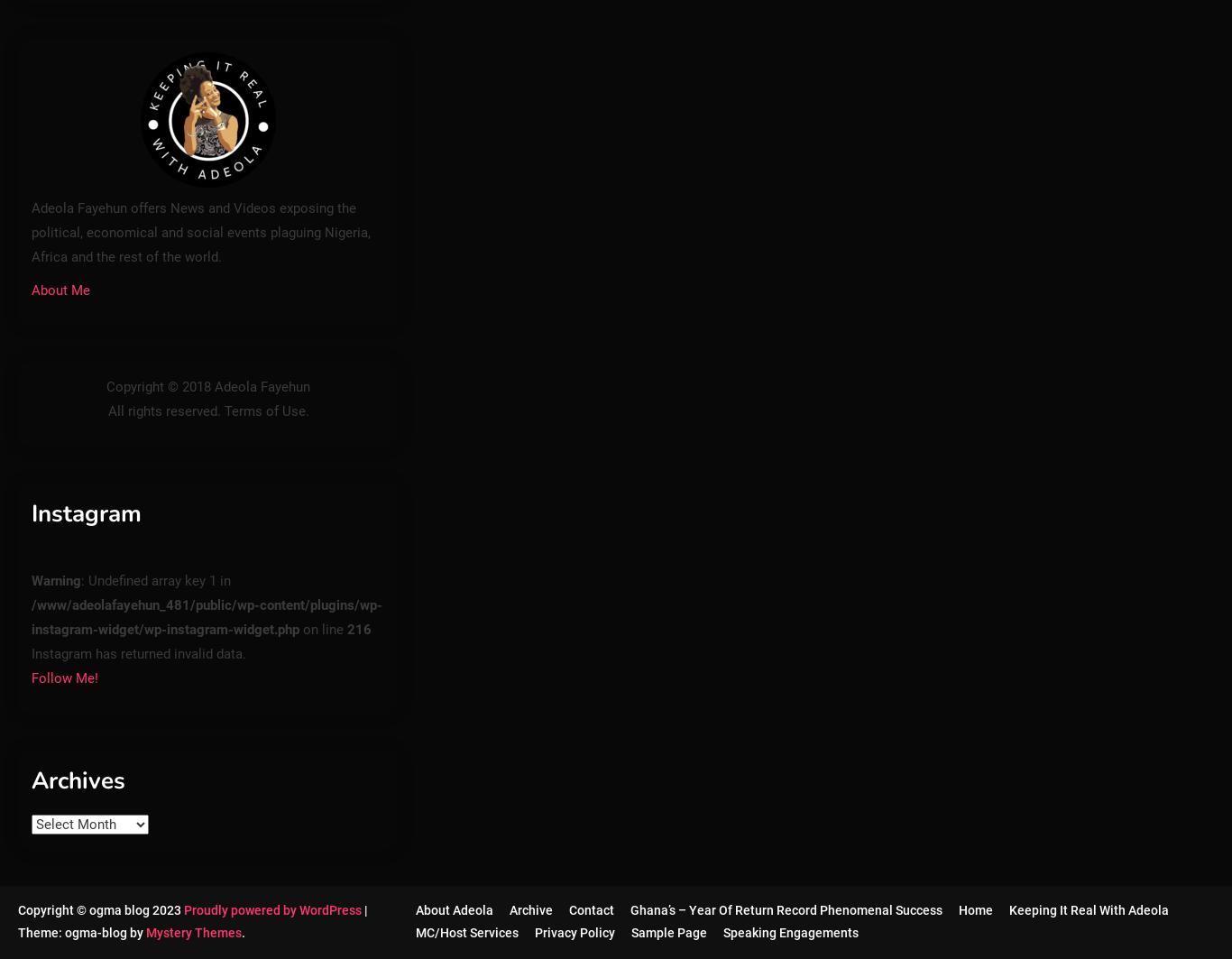 The image size is (1232, 959). What do you see at coordinates (60, 290) in the screenshot?
I see `'About Me'` at bounding box center [60, 290].